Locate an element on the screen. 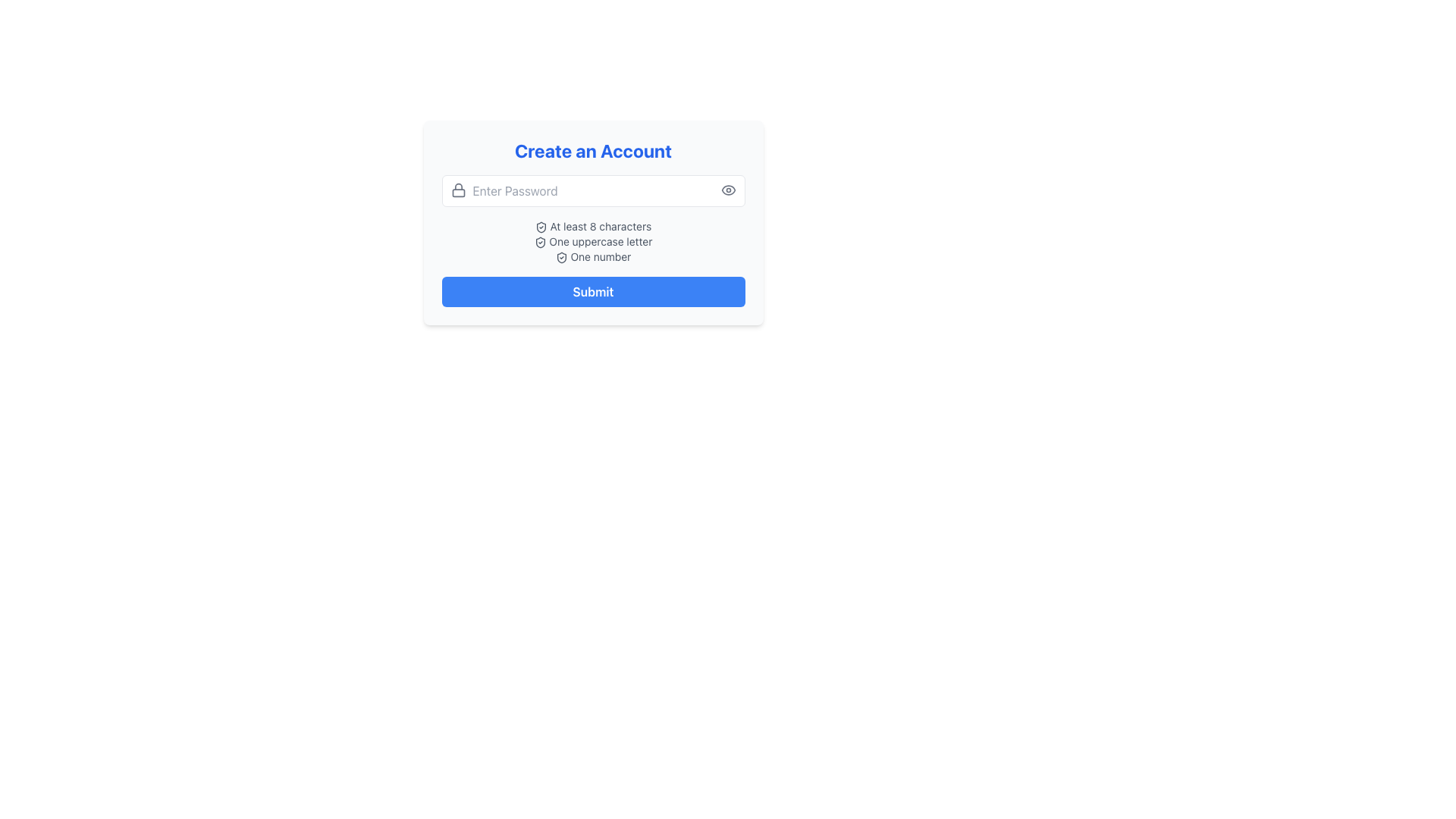 The height and width of the screenshot is (819, 1456). the lock icon located inside the password input field, which serves as a visual cue for the input's security context is located at coordinates (457, 189).